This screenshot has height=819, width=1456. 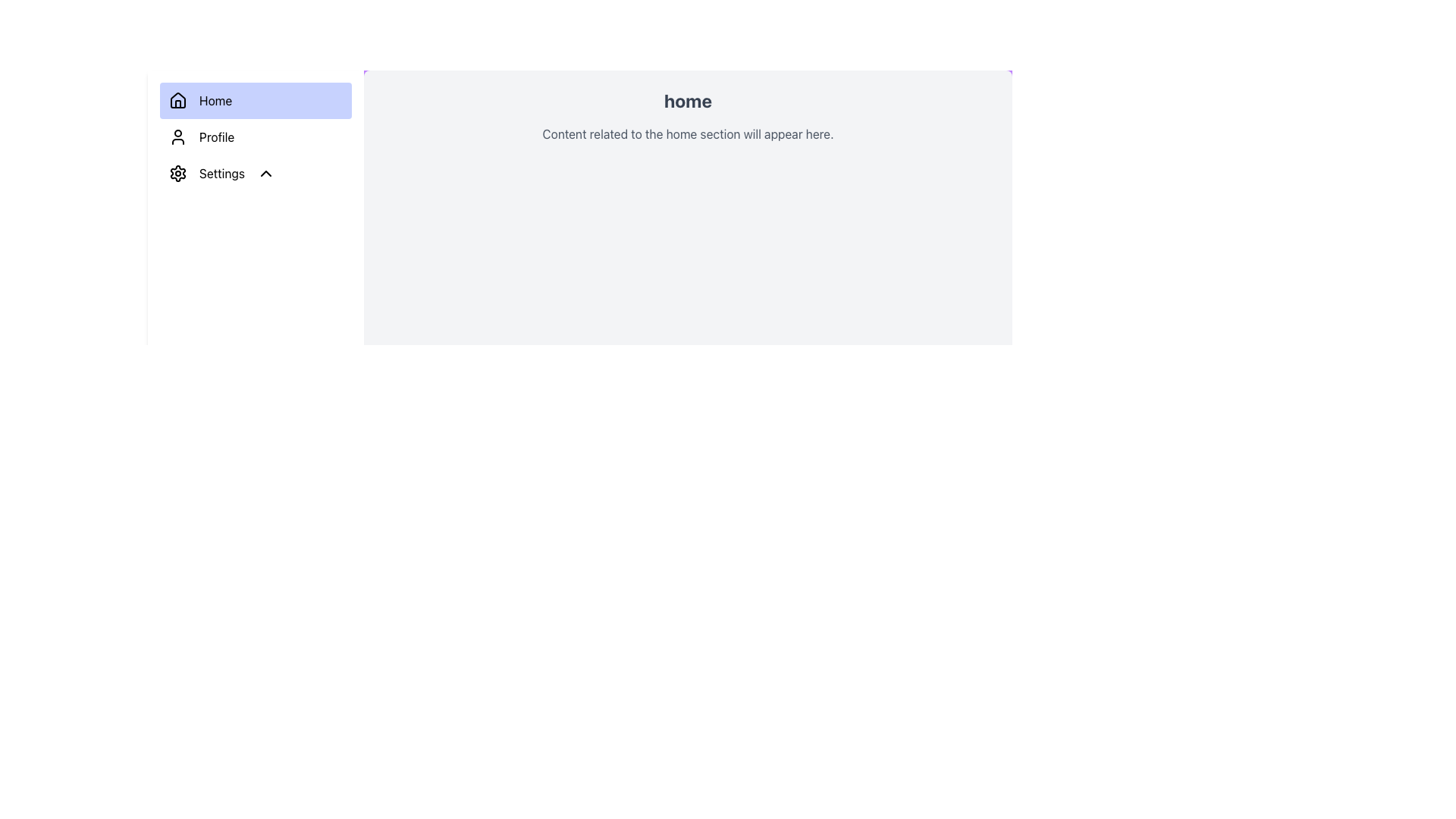 What do you see at coordinates (256, 172) in the screenshot?
I see `the third menu item in the sidebar navigation that leads to the settings section of the application` at bounding box center [256, 172].